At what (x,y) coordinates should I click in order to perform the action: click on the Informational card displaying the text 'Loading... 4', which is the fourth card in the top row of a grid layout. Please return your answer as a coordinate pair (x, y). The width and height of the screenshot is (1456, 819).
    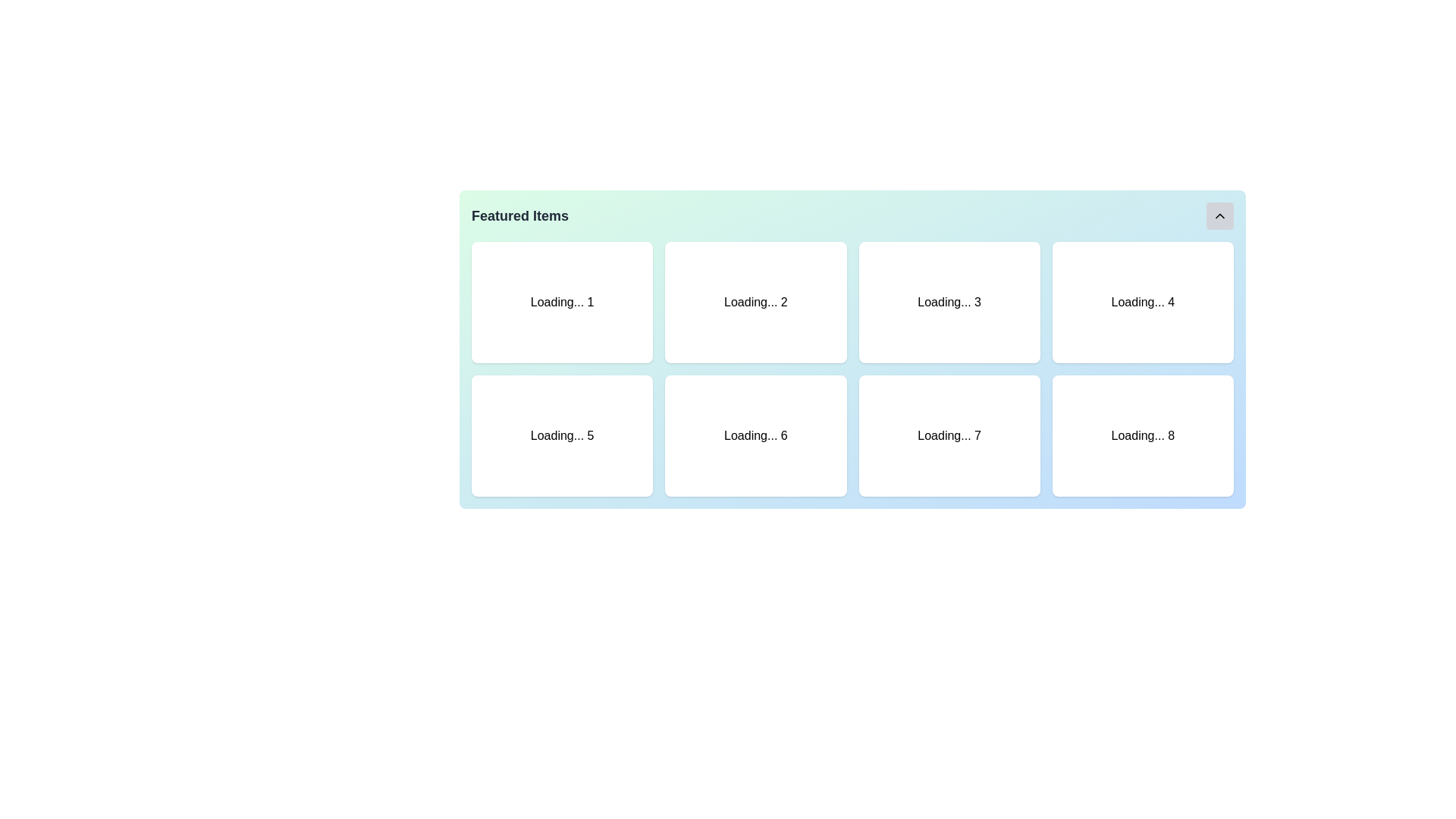
    Looking at the image, I should click on (1143, 302).